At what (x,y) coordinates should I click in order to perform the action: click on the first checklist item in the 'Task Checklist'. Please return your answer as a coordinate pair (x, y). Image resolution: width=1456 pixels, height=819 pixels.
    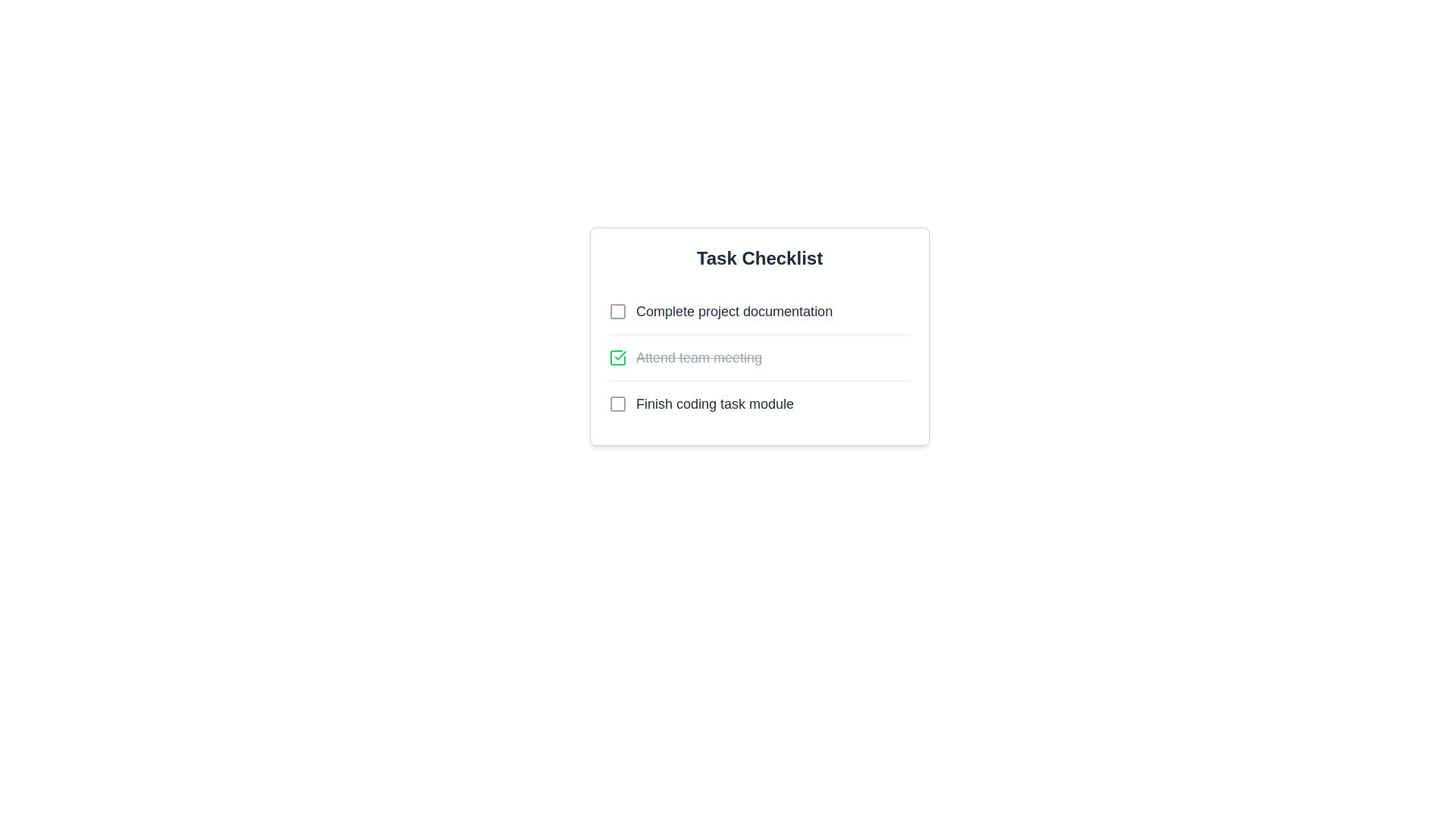
    Looking at the image, I should click on (720, 311).